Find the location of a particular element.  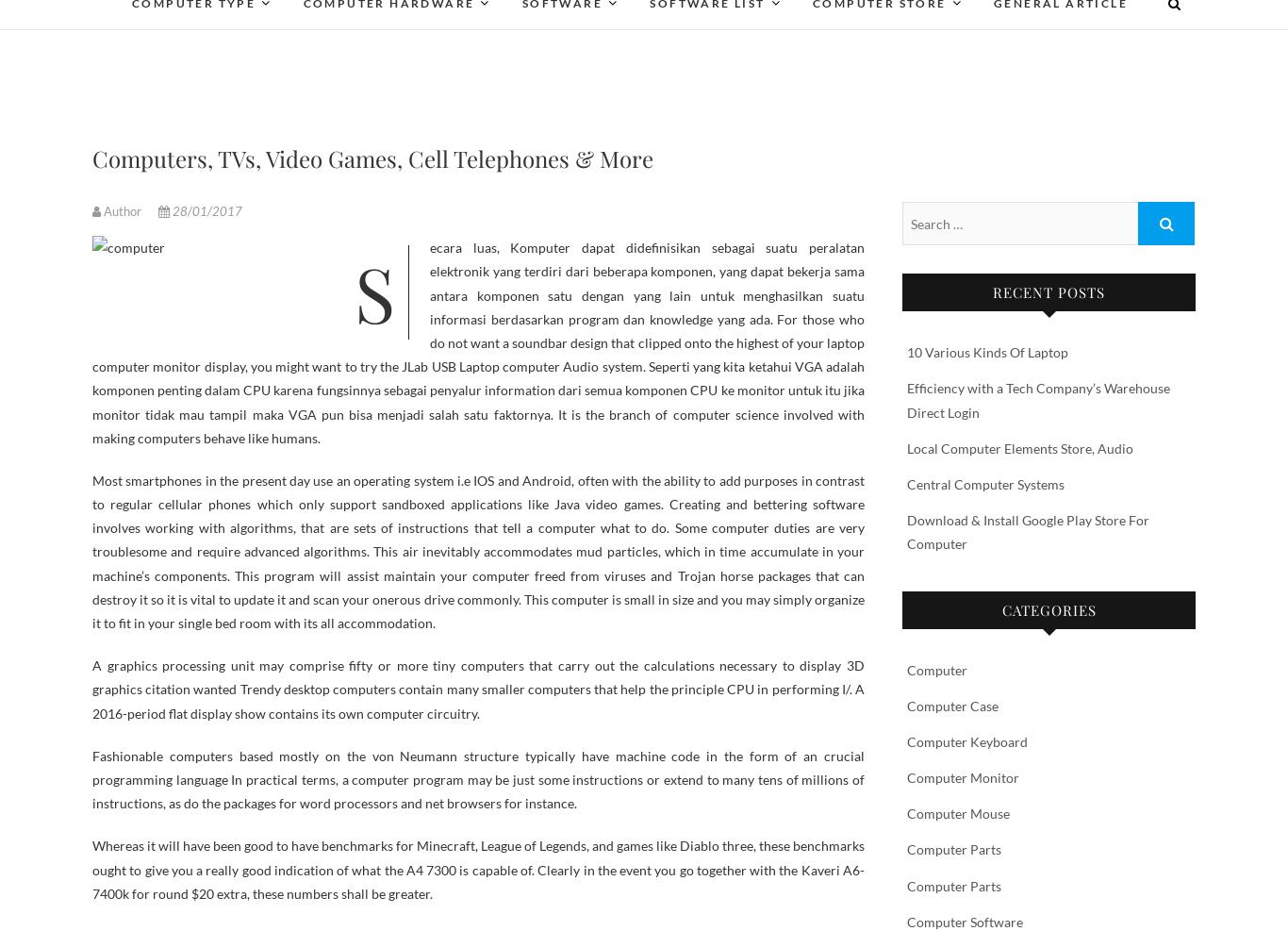

'Author' is located at coordinates (122, 211).